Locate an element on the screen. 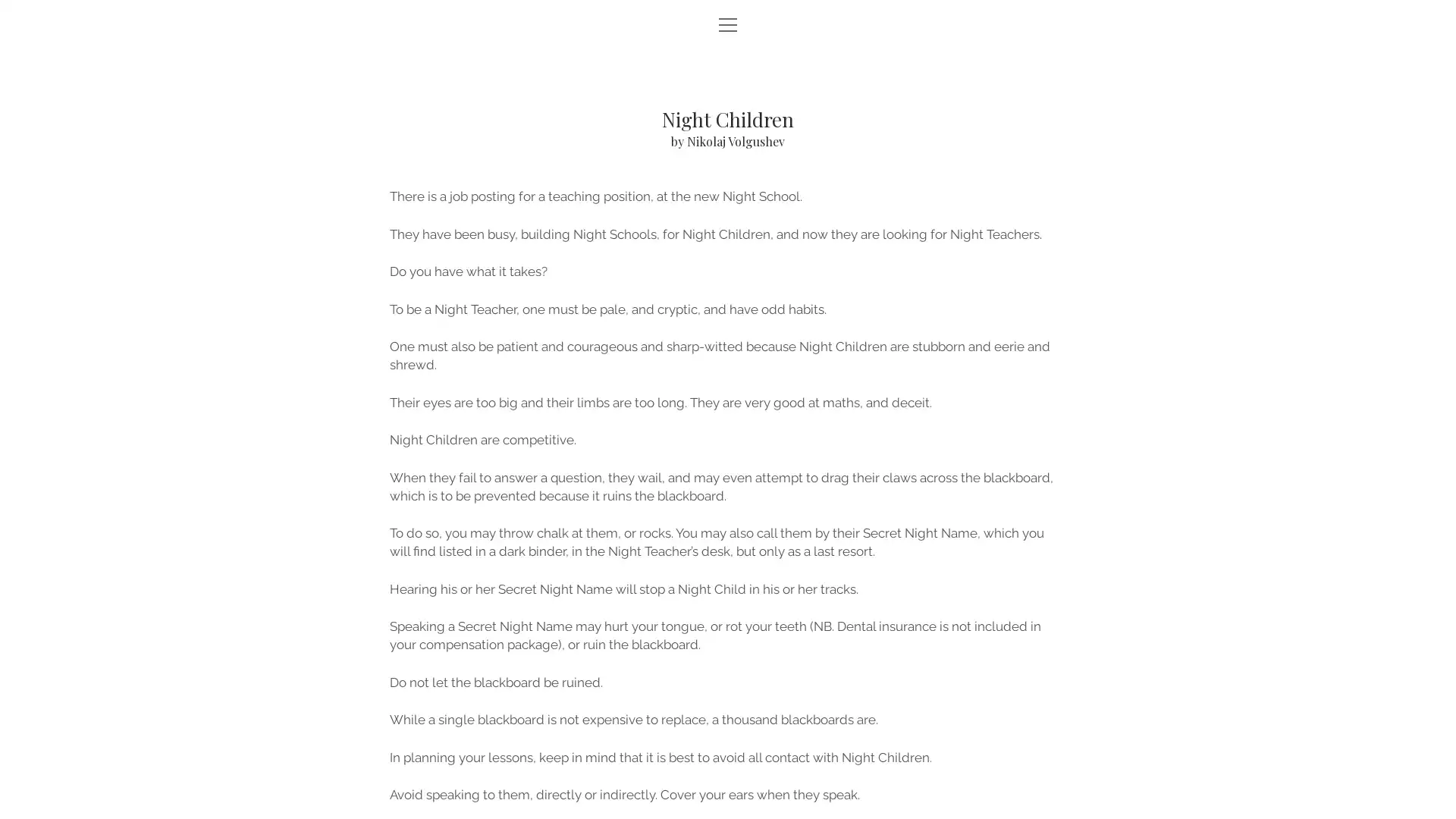 Image resolution: width=1456 pixels, height=819 pixels. open menu is located at coordinates (728, 26).